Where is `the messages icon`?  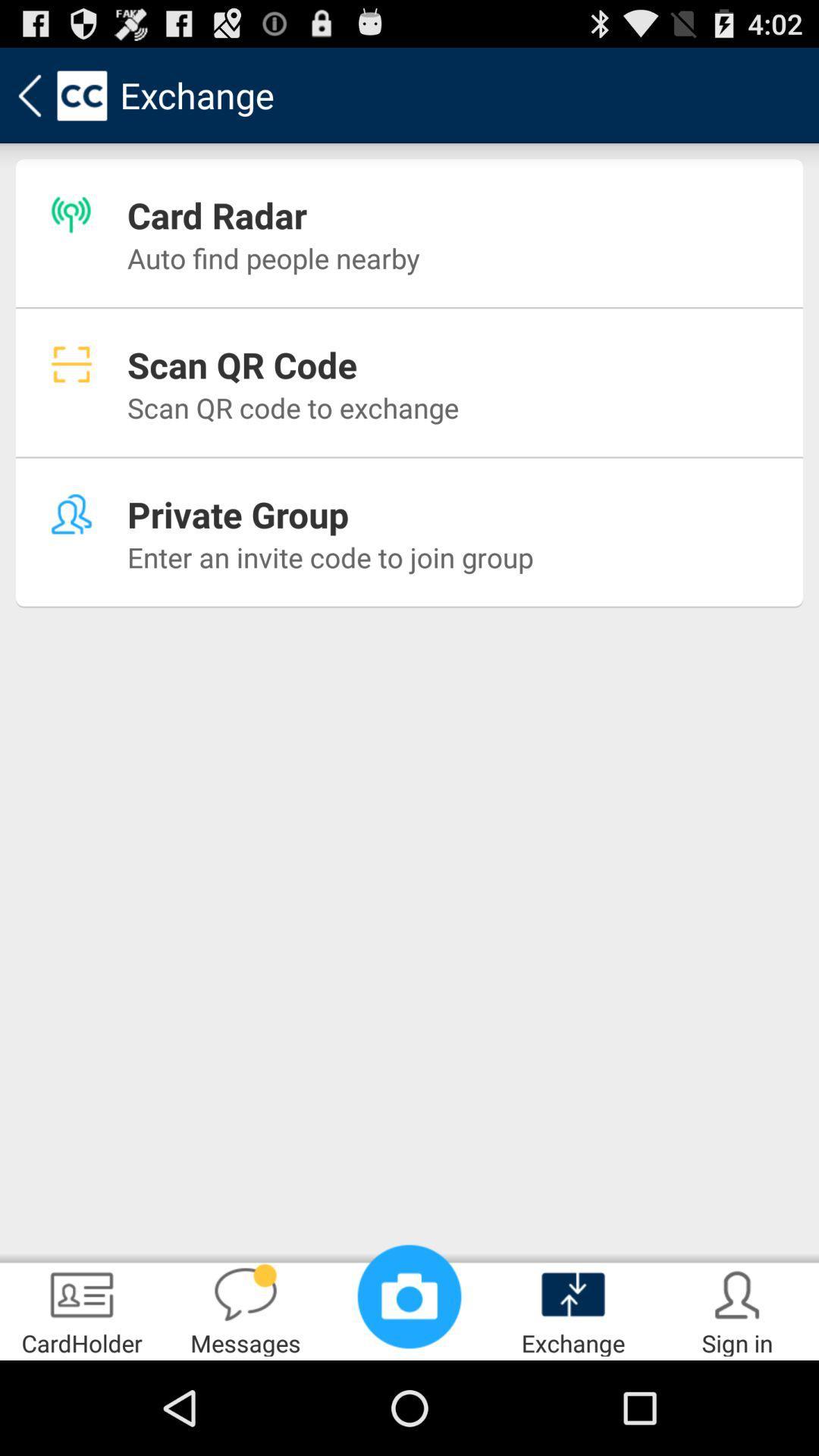
the messages icon is located at coordinates (245, 1309).